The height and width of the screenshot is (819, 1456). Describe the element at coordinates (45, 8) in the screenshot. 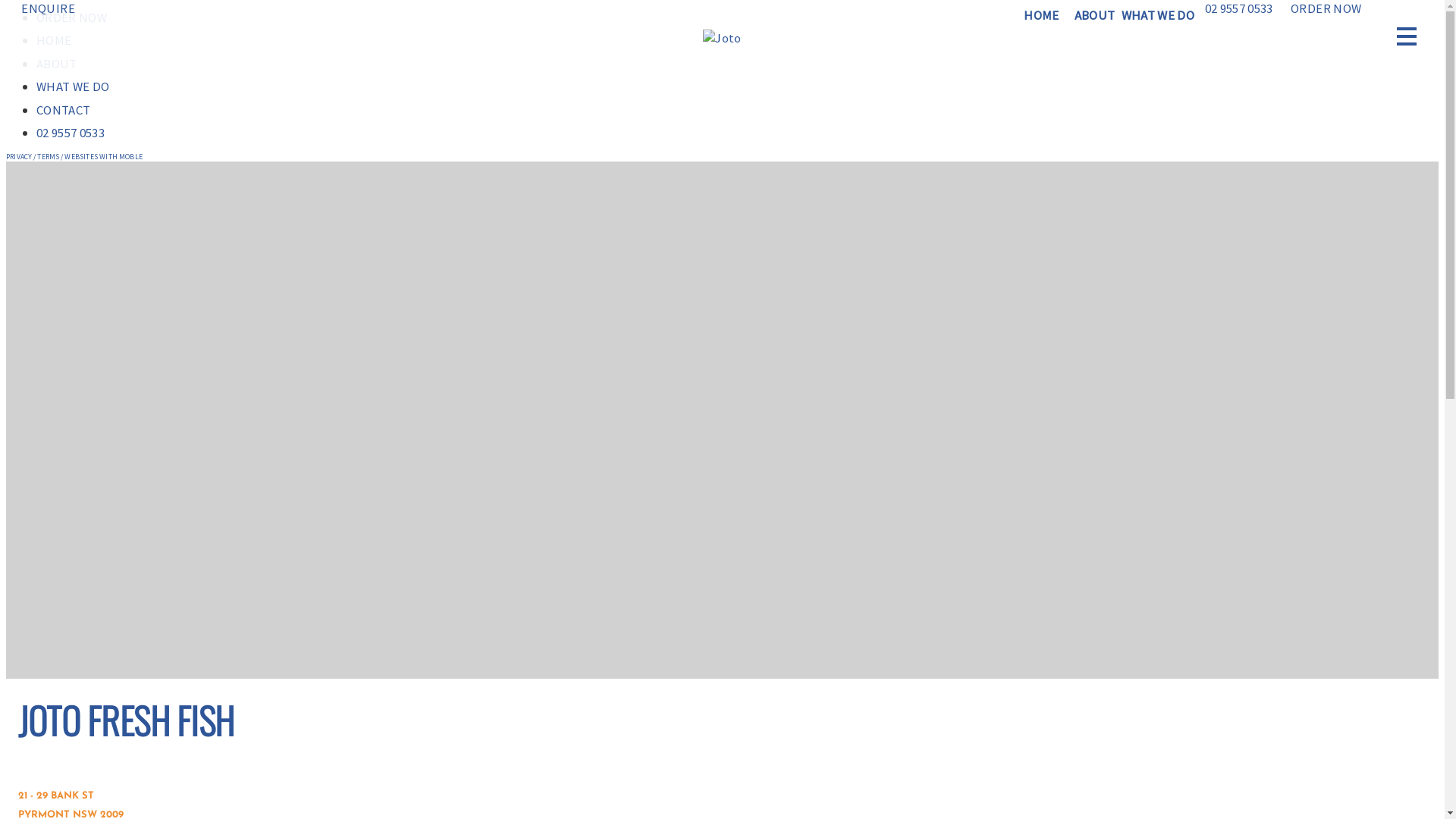

I see `'ENQUIRE'` at that location.